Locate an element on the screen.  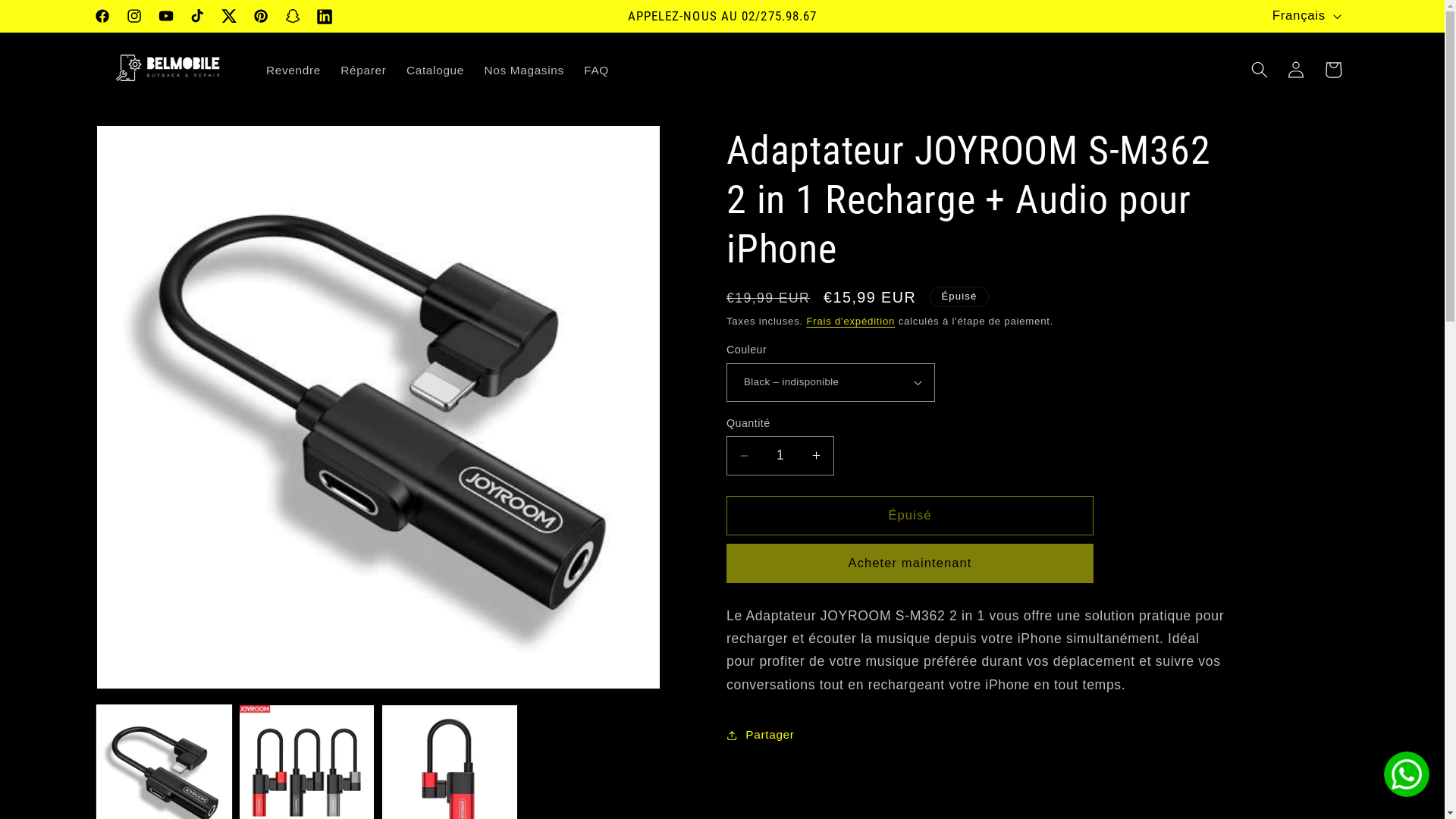
'TikTok' is located at coordinates (182, 17).